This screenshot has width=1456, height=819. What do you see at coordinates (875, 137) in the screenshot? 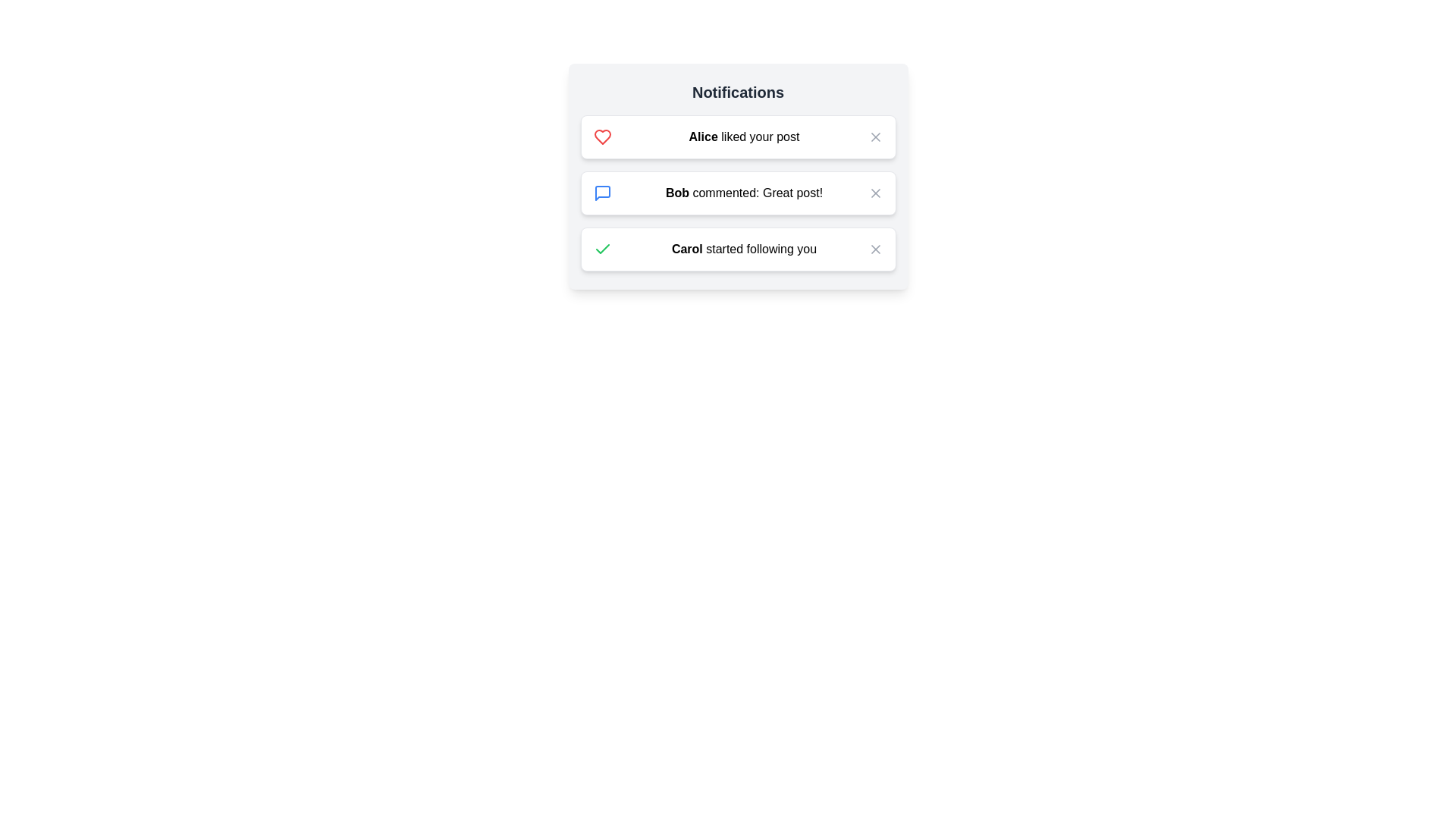
I see `the close button icon represented by the 'X' symbol in the notification for 'Alice liked your post'` at bounding box center [875, 137].